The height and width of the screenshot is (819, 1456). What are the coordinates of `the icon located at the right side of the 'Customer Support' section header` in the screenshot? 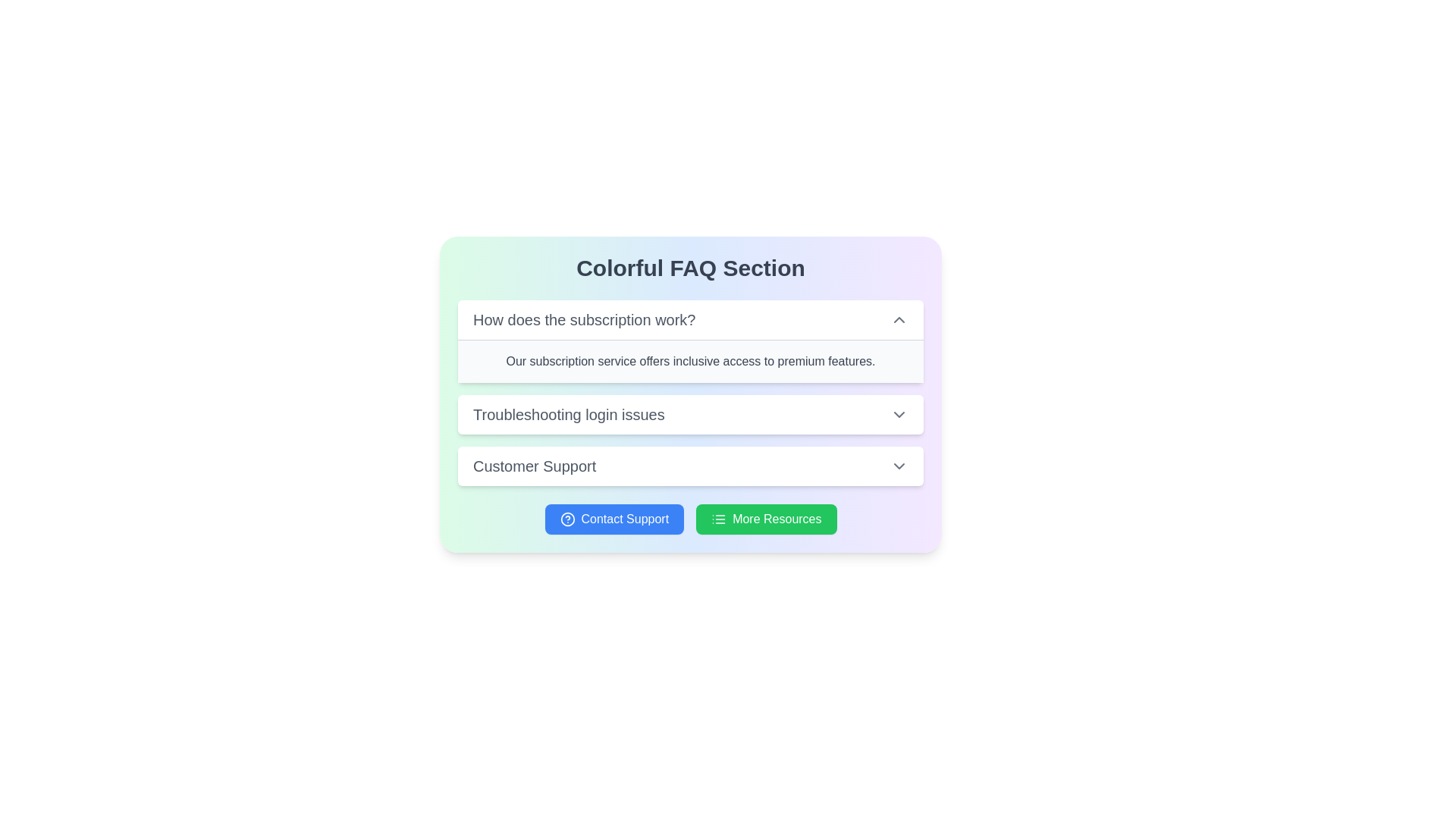 It's located at (899, 465).